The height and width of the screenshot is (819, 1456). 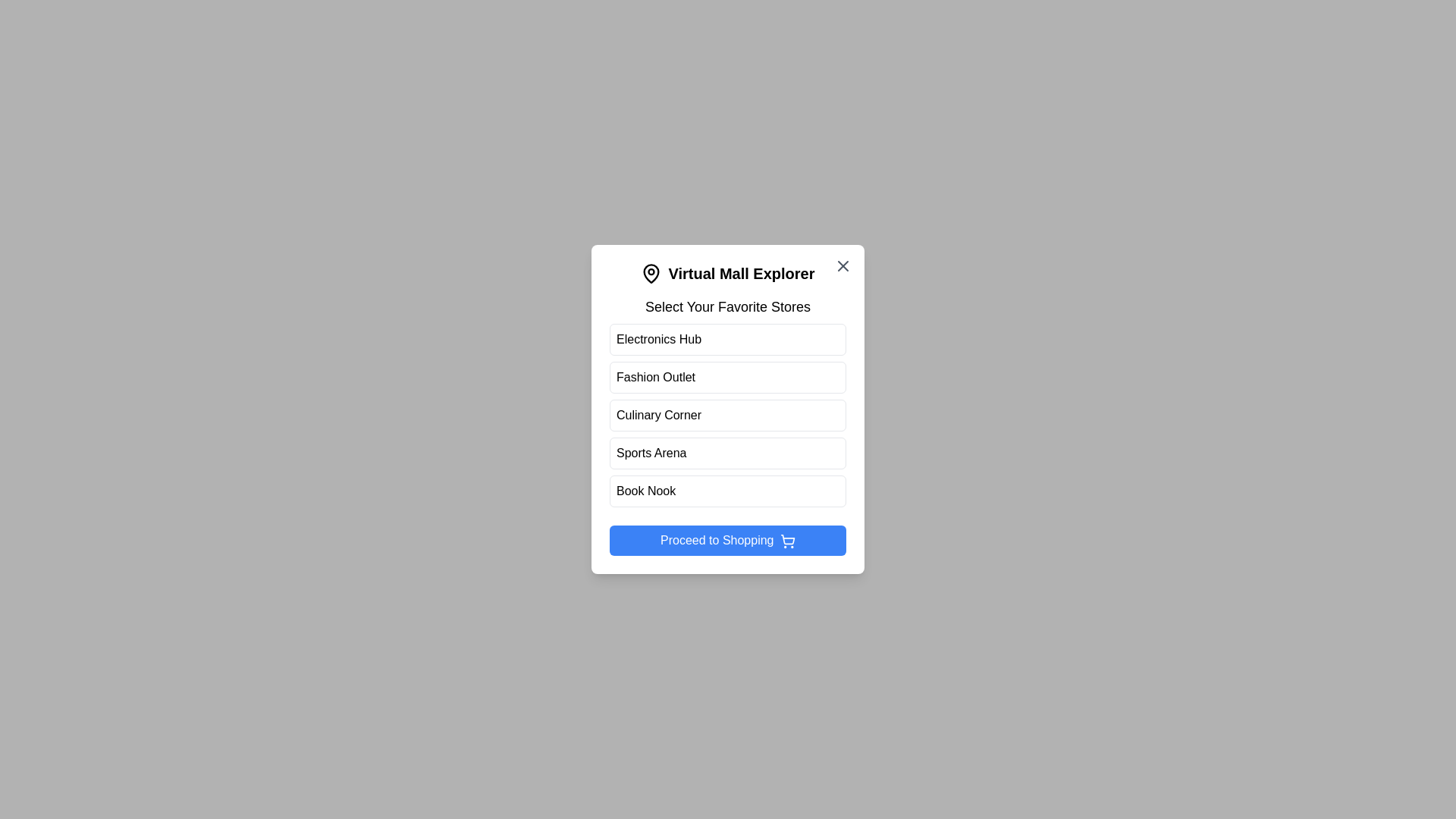 I want to click on the shopping cart icon component located near the right edge of the blue 'Proceed to Shopping' button at the bottom of the modal interface, so click(x=787, y=538).